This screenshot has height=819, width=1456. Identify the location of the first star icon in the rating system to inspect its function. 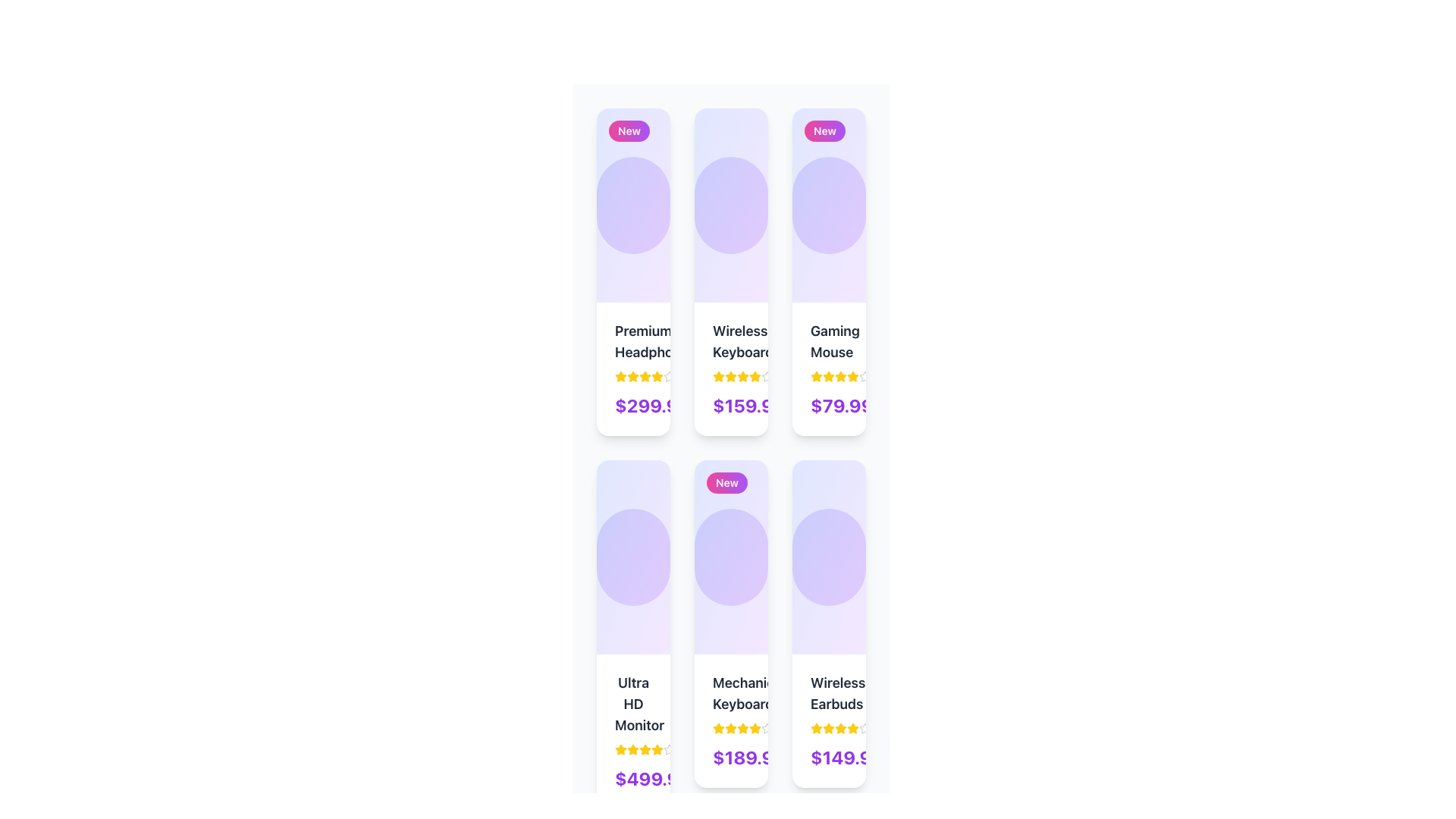
(621, 376).